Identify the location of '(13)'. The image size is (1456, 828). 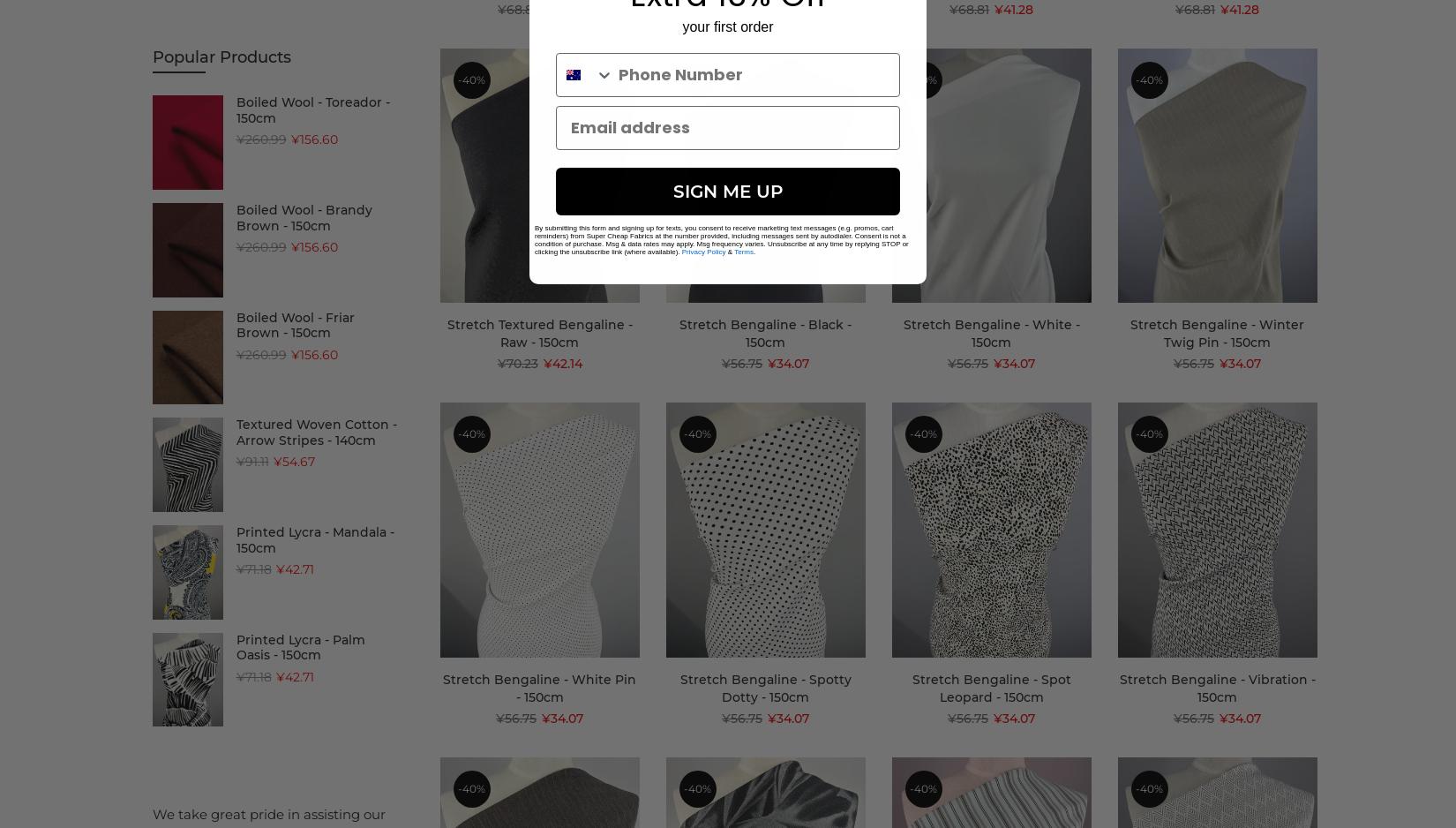
(217, 57).